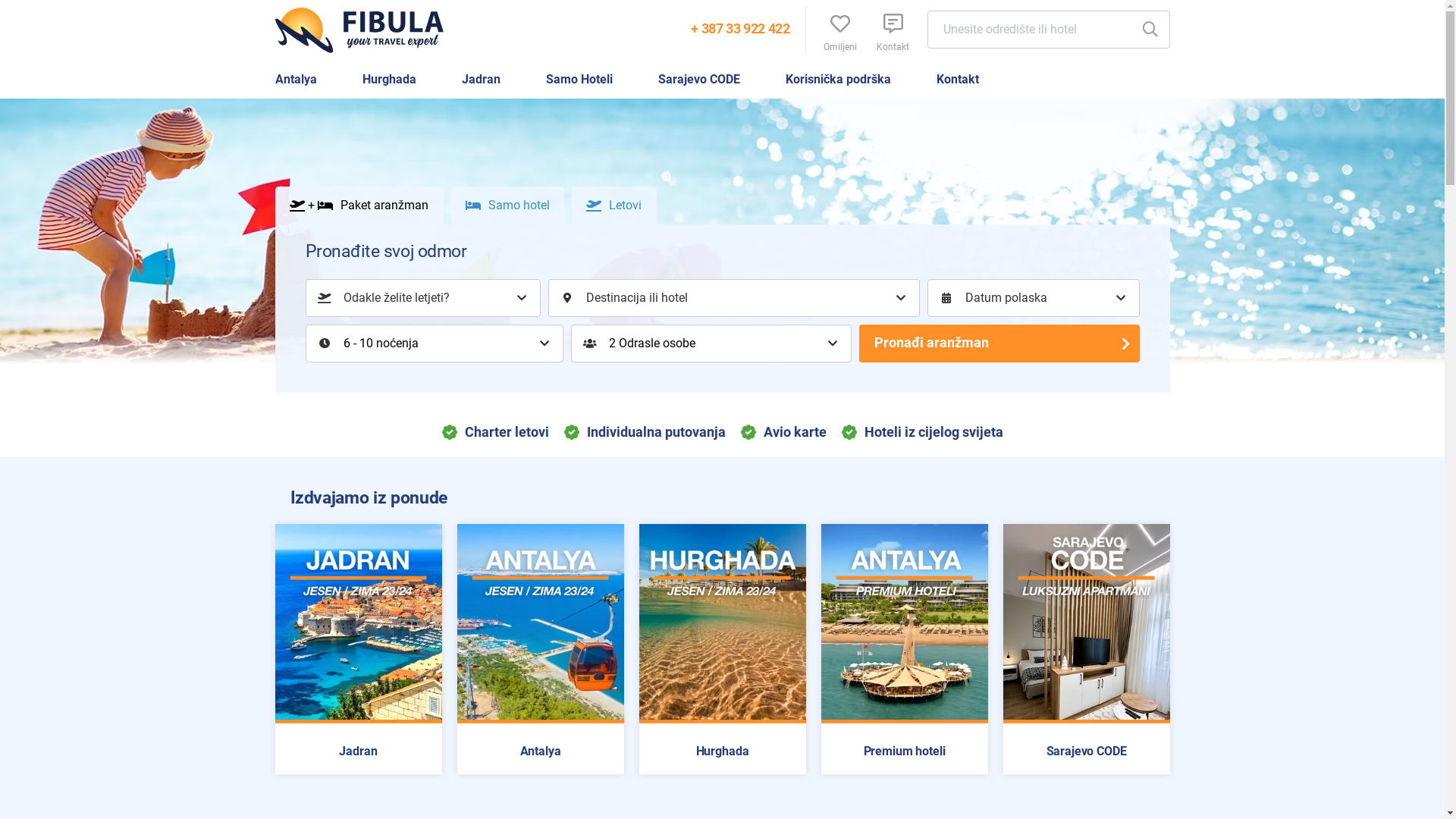  I want to click on 'Jadran', so click(479, 79).